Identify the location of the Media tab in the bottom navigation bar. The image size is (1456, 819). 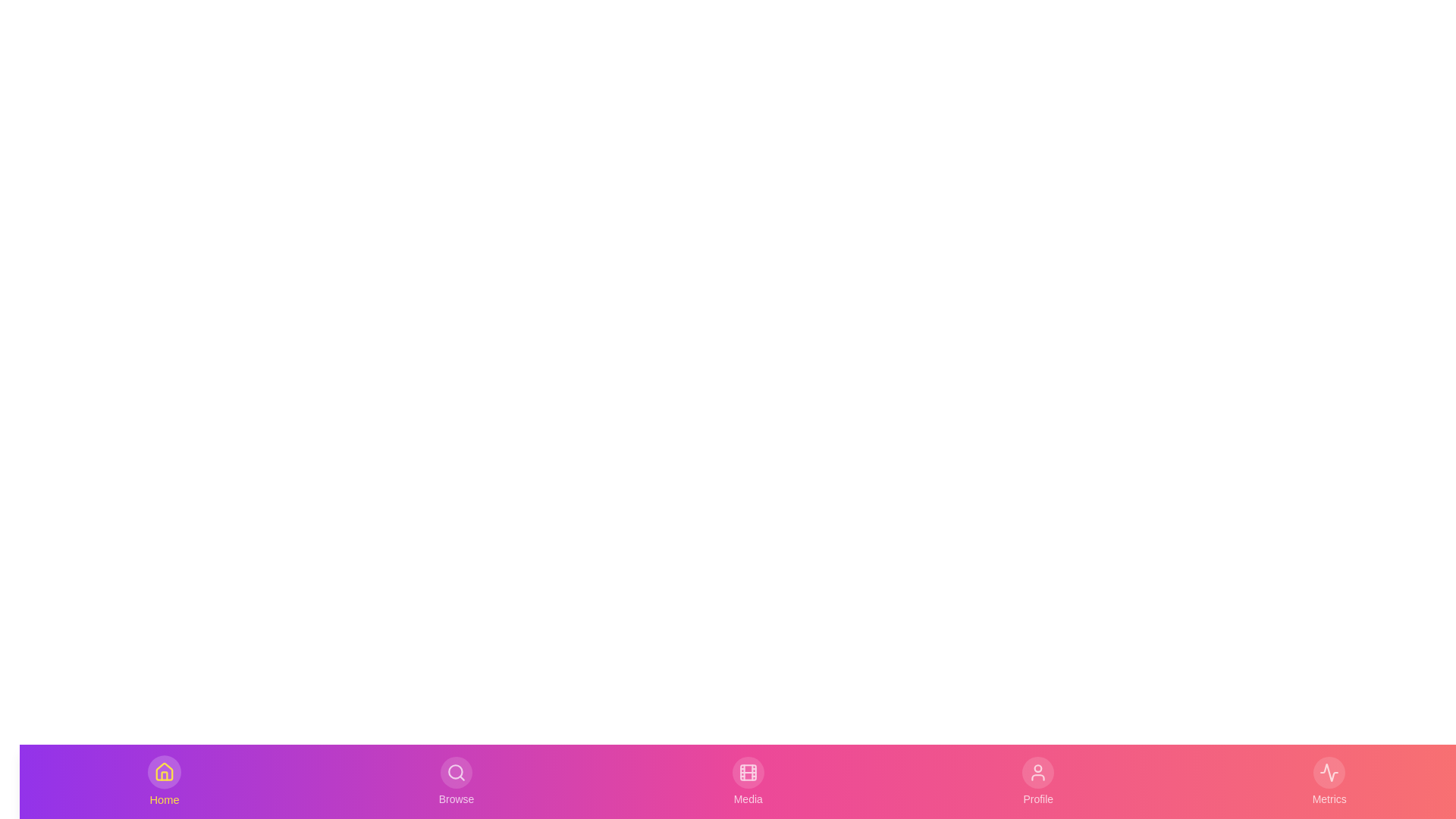
(747, 781).